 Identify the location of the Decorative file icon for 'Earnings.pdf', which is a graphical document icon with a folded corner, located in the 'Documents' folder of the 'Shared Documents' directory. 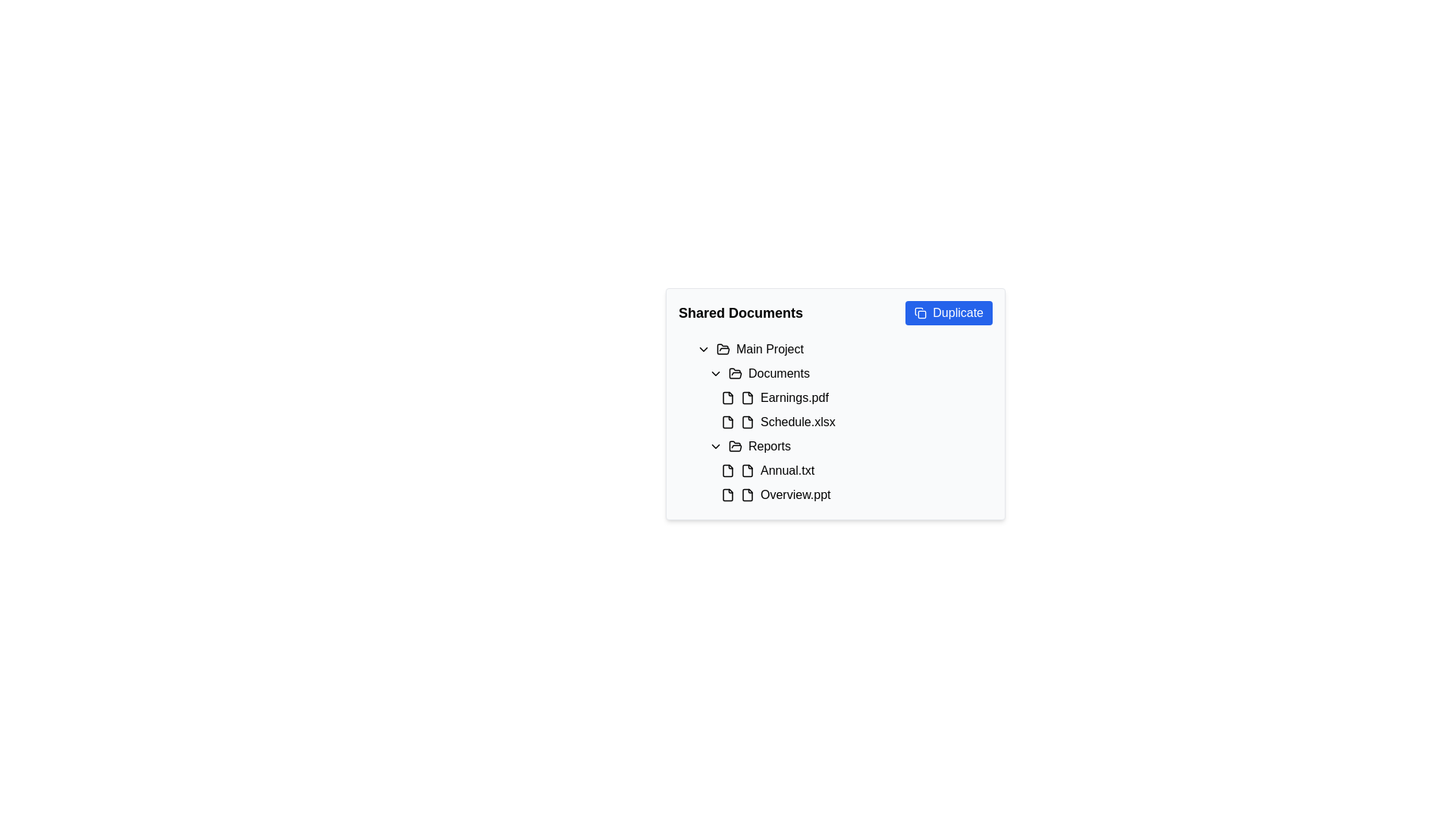
(728, 397).